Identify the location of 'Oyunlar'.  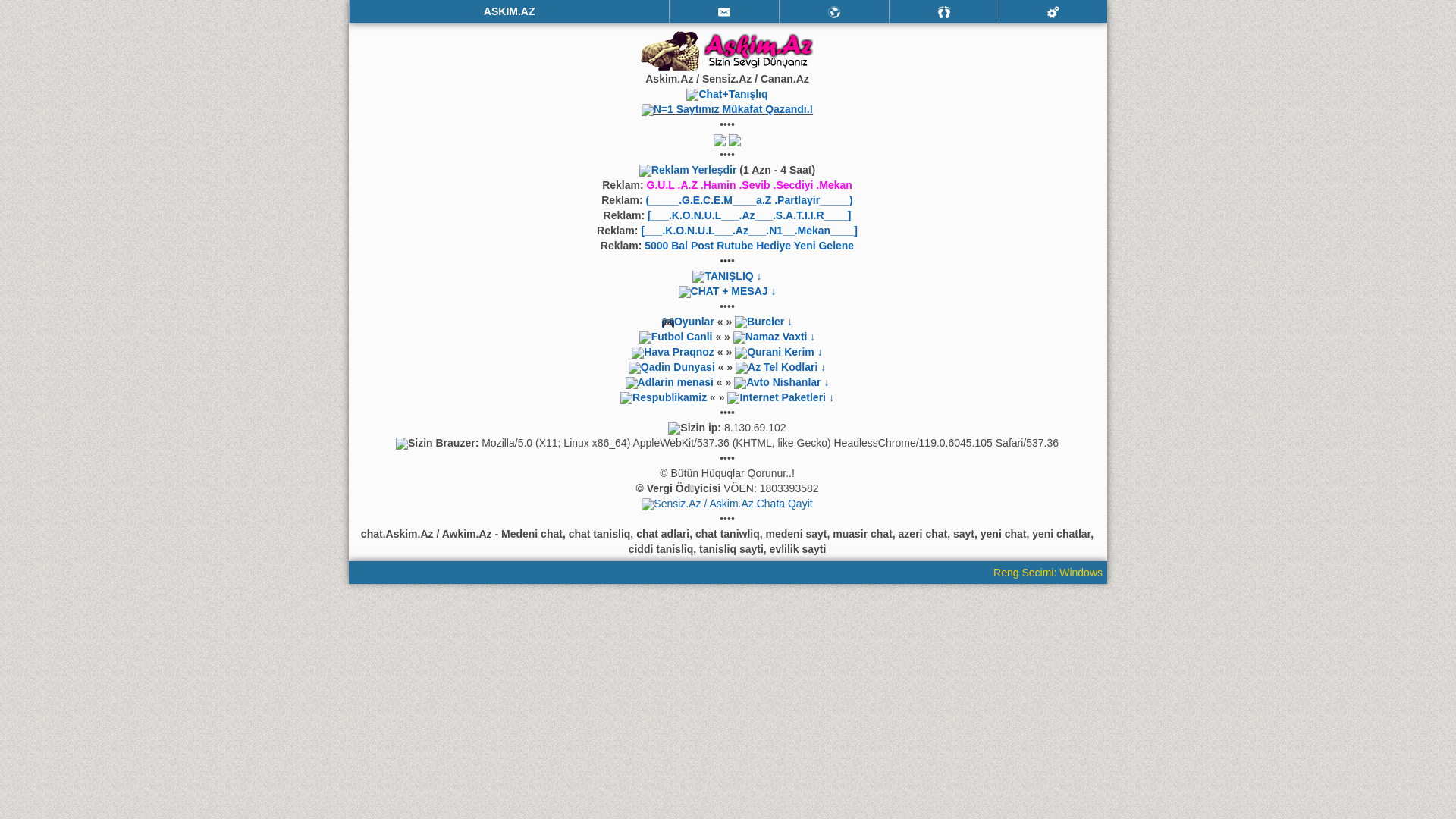
(689, 321).